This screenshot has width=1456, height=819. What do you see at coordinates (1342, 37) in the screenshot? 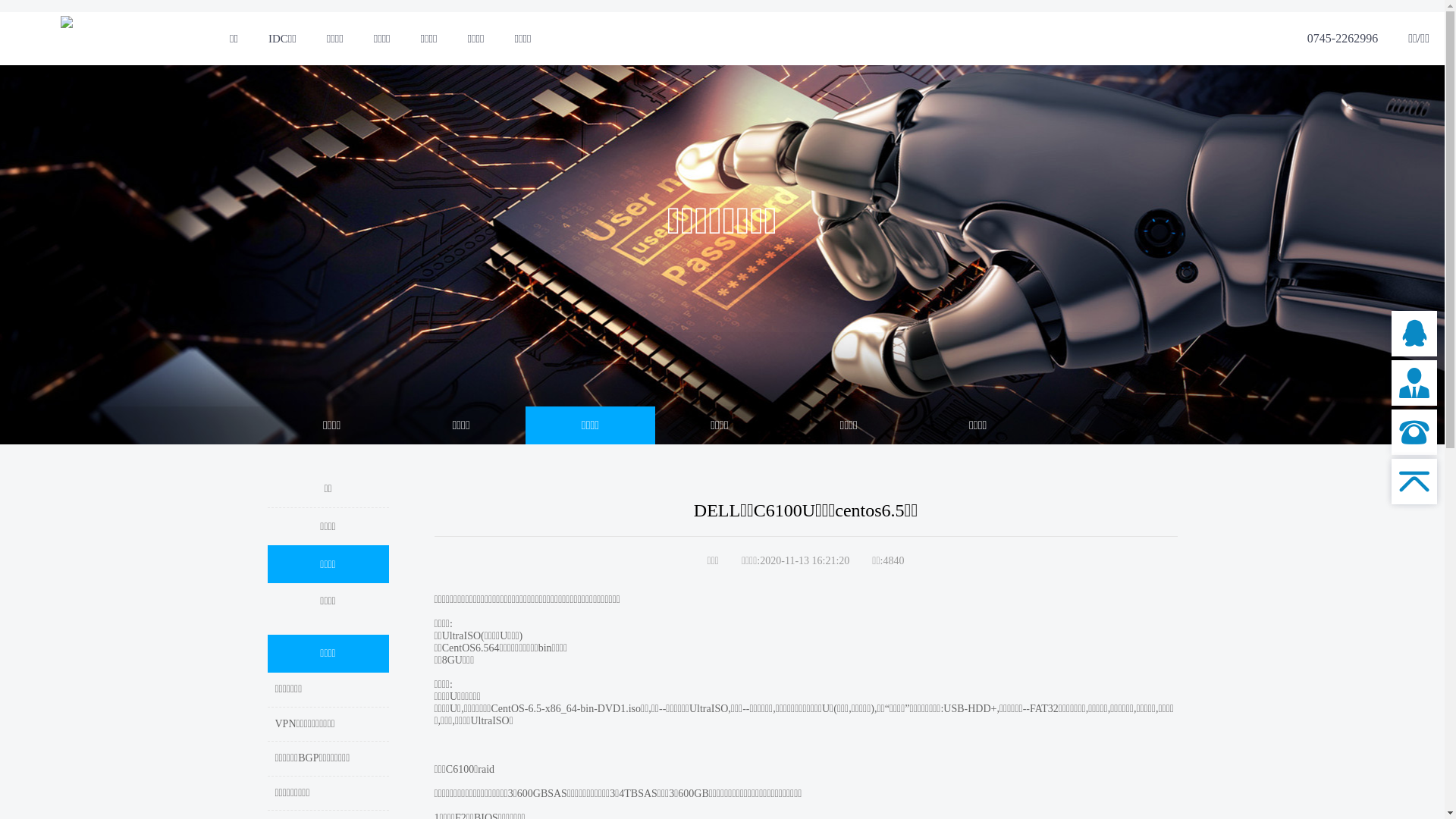
I see `'0745-2262996'` at bounding box center [1342, 37].